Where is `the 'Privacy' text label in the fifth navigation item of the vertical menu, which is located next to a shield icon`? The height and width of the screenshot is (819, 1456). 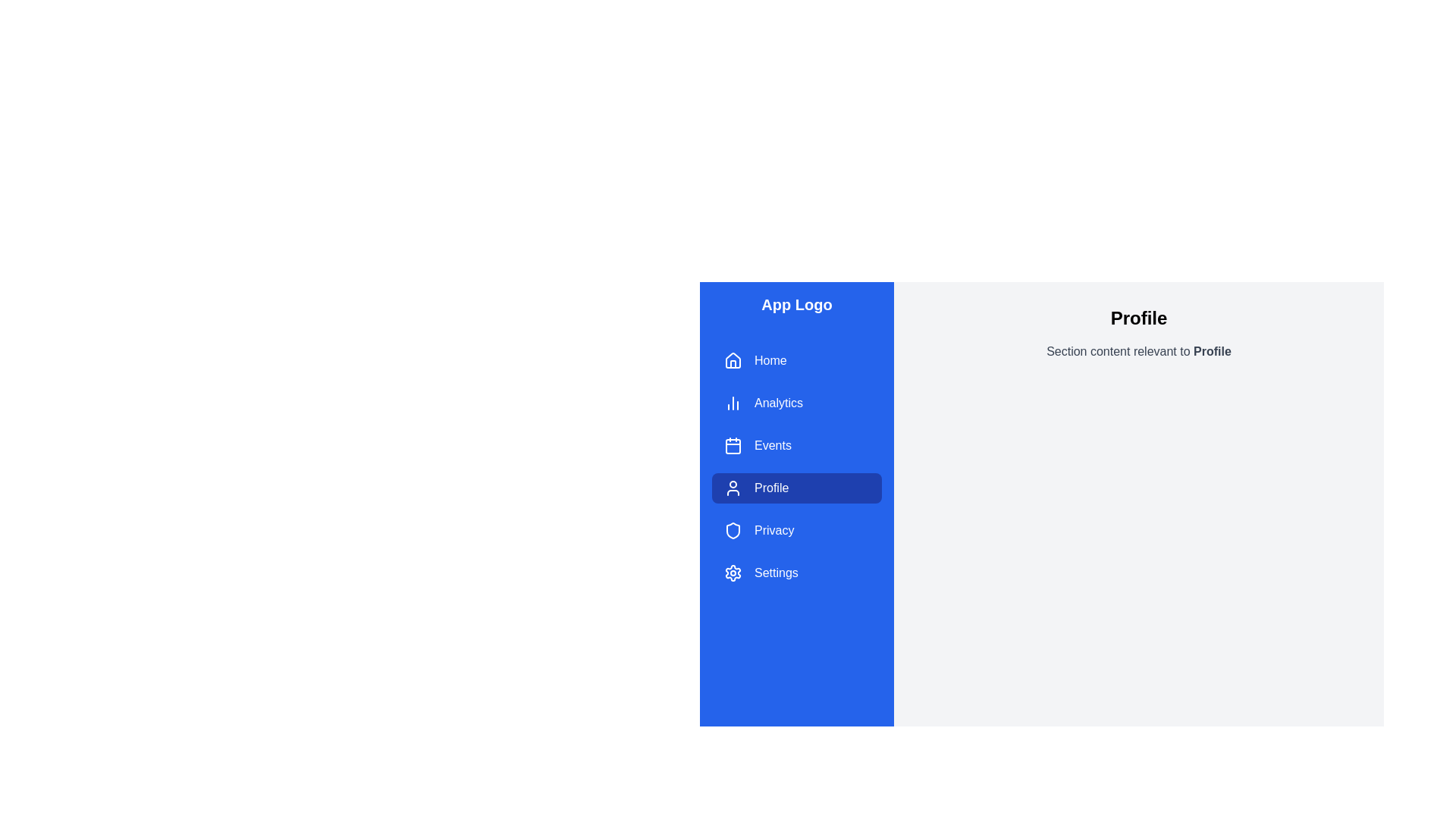 the 'Privacy' text label in the fifth navigation item of the vertical menu, which is located next to a shield icon is located at coordinates (774, 529).